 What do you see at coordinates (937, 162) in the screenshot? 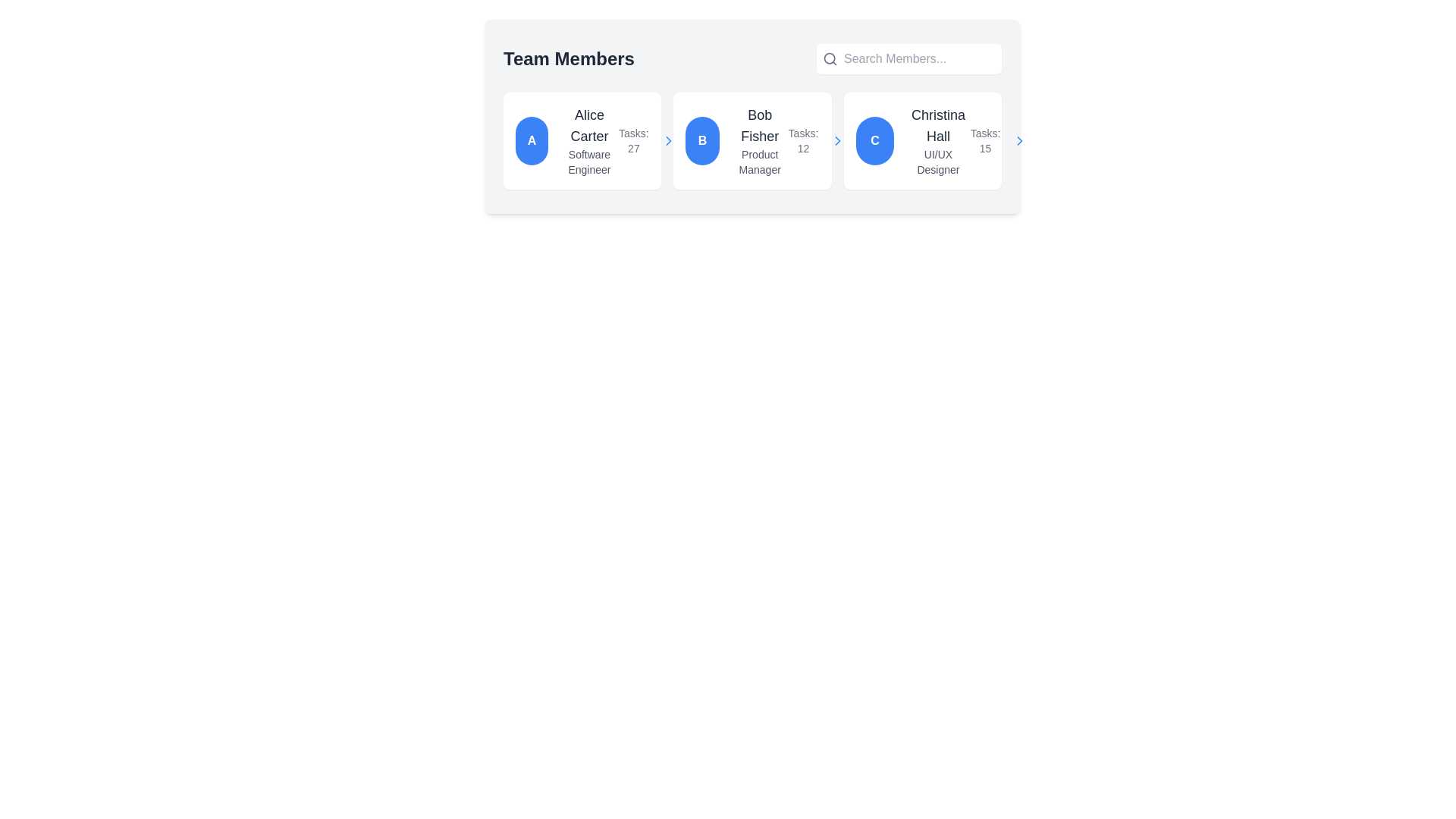
I see `role description label indicating 'UI/UX Designer' for Christina Hall, located within the profile card below the name label` at bounding box center [937, 162].